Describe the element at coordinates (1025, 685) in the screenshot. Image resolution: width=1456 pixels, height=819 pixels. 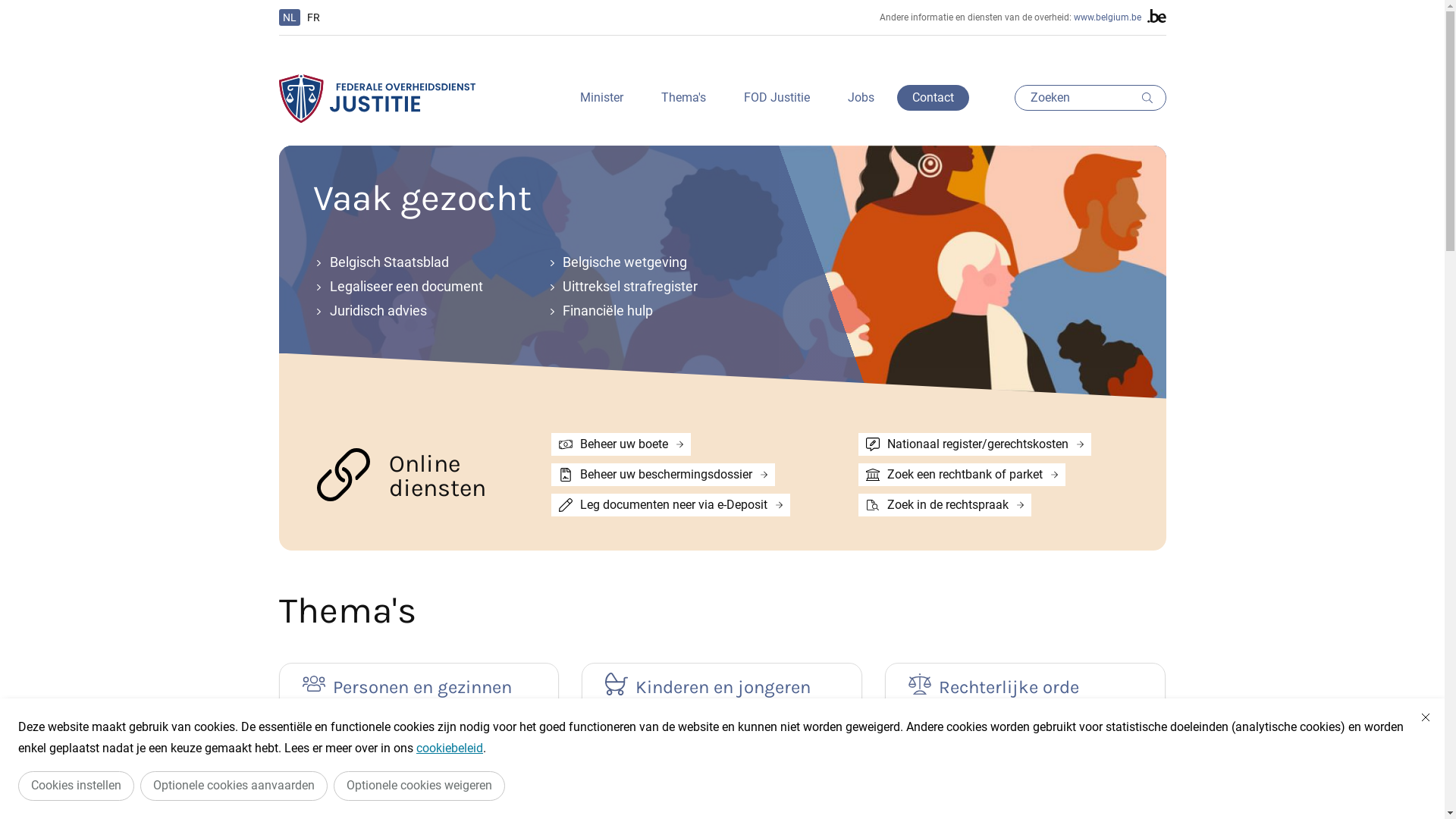
I see `'Rechterlijke orde'` at that location.